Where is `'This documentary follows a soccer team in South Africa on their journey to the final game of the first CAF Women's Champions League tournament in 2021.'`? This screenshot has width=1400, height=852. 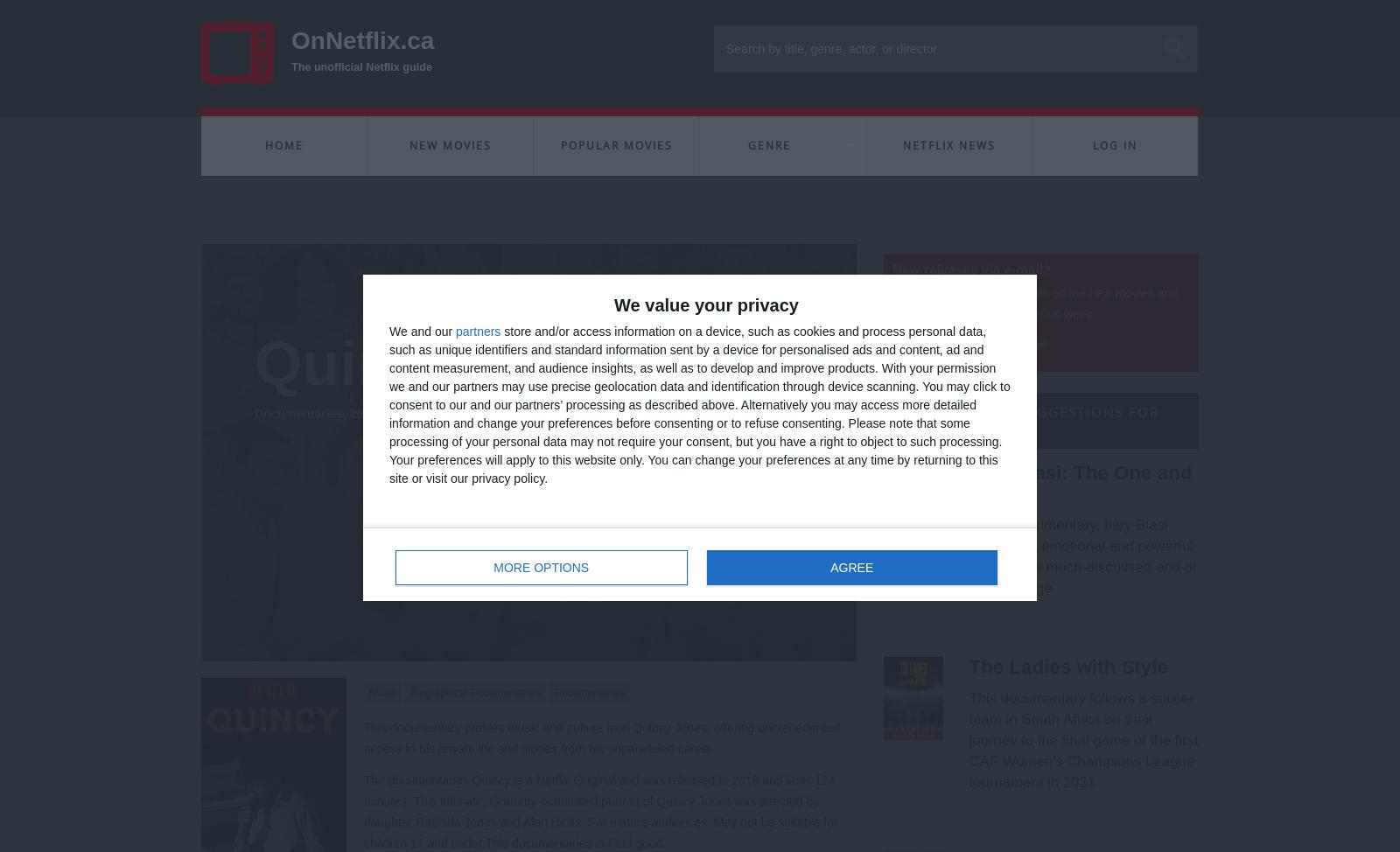 'This documentary follows a soccer team in South Africa on their journey to the final game of the first CAF Women's Champions League tournament in 2021.' is located at coordinates (1081, 739).